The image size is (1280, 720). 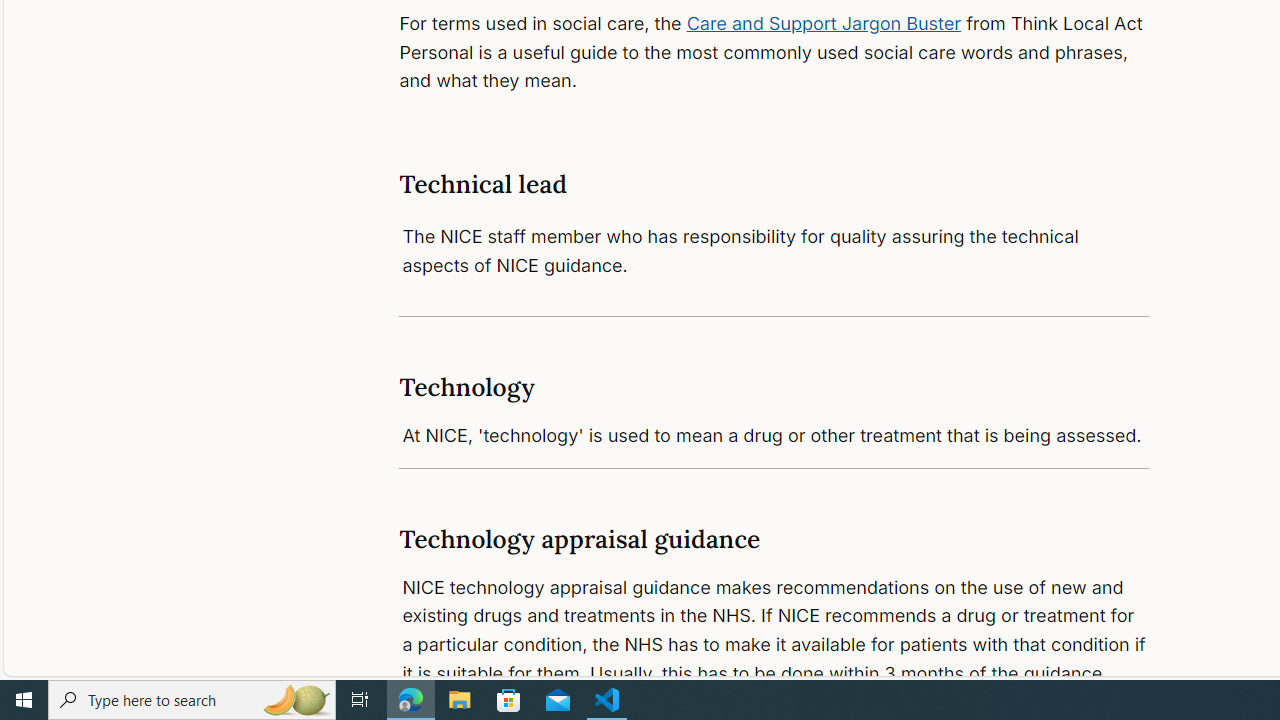 I want to click on 'Care and Support Jargon Buster', so click(x=824, y=23).